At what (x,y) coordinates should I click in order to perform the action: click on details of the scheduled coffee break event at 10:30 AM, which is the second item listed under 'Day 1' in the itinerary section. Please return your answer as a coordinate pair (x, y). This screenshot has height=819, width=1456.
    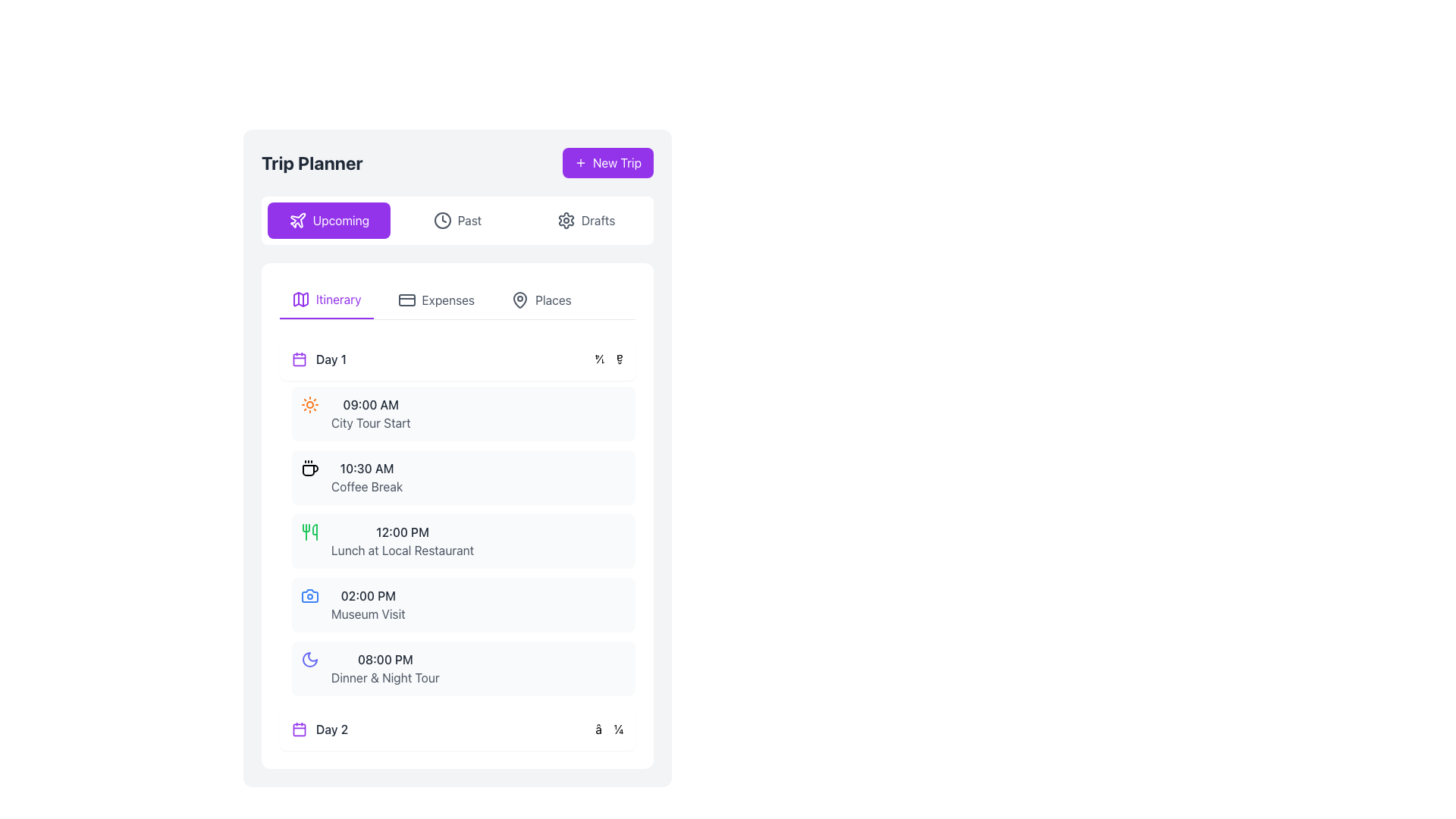
    Looking at the image, I should click on (367, 476).